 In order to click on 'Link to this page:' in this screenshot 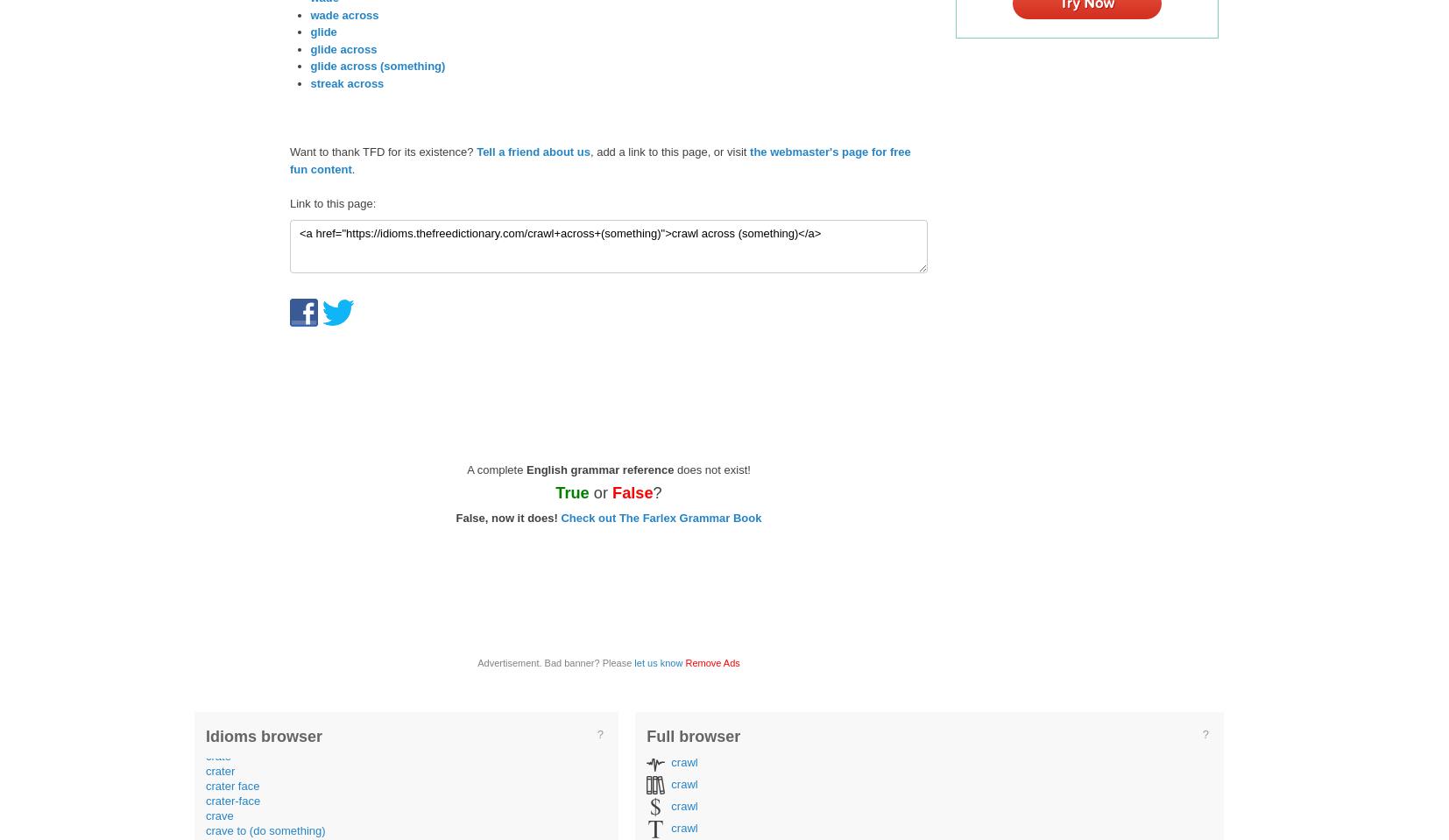, I will do `click(288, 202)`.